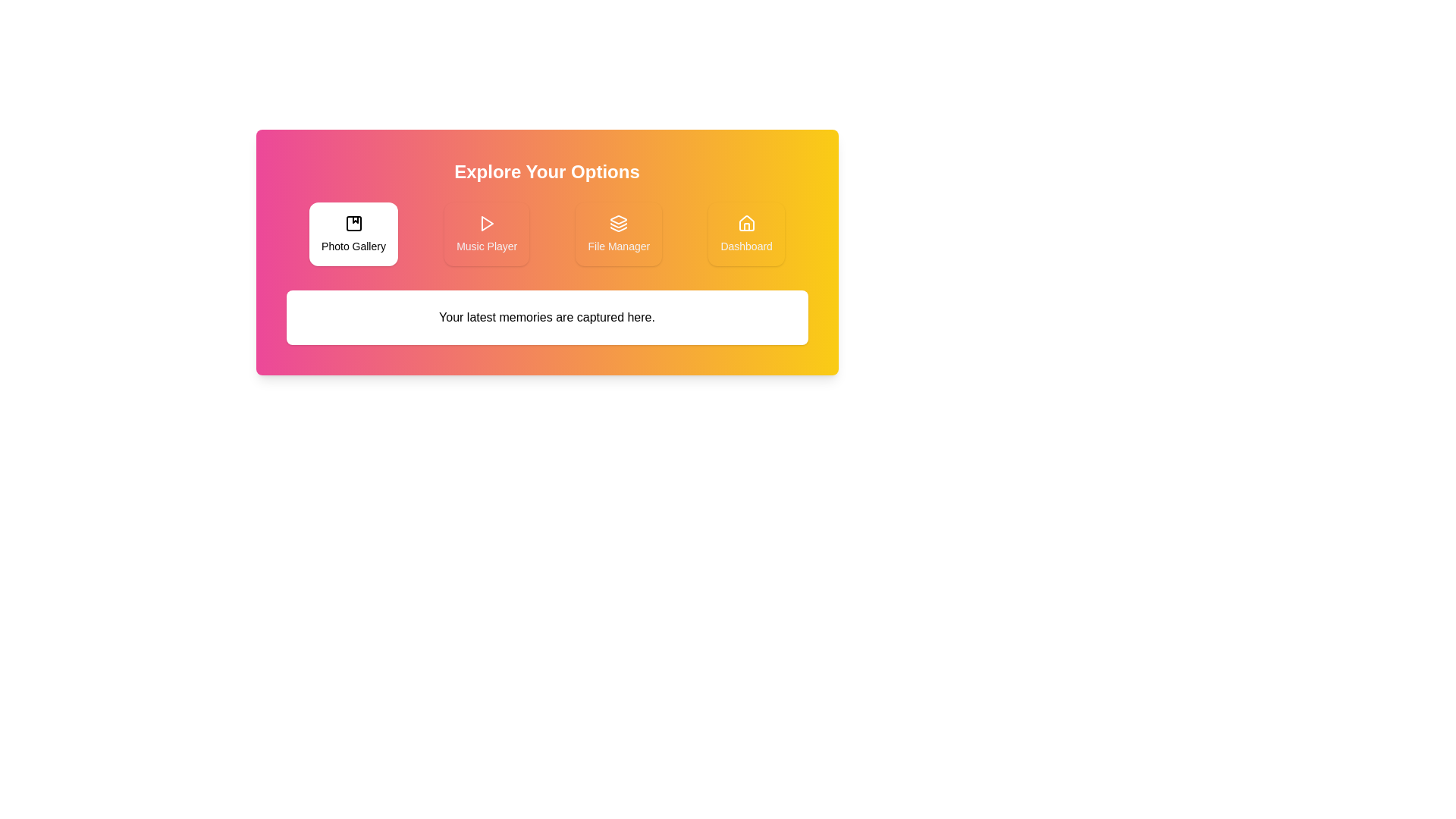  Describe the element at coordinates (746, 245) in the screenshot. I see `text label that indicates the dashboard feature, located centrally below the icon in the fourth option of the interactive options row` at that location.